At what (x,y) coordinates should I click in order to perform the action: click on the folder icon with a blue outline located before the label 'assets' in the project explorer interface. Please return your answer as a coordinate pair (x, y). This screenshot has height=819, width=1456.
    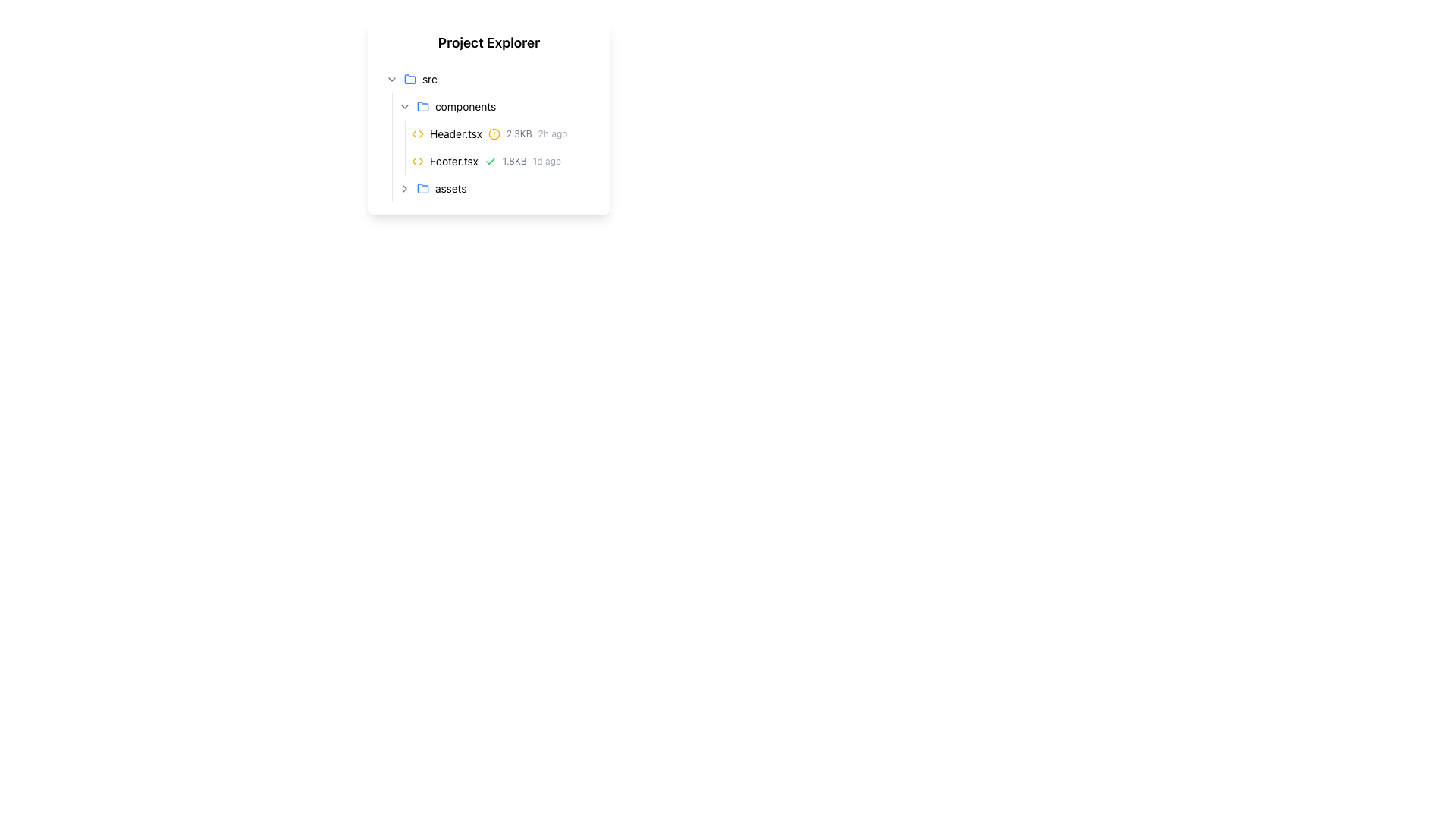
    Looking at the image, I should click on (422, 188).